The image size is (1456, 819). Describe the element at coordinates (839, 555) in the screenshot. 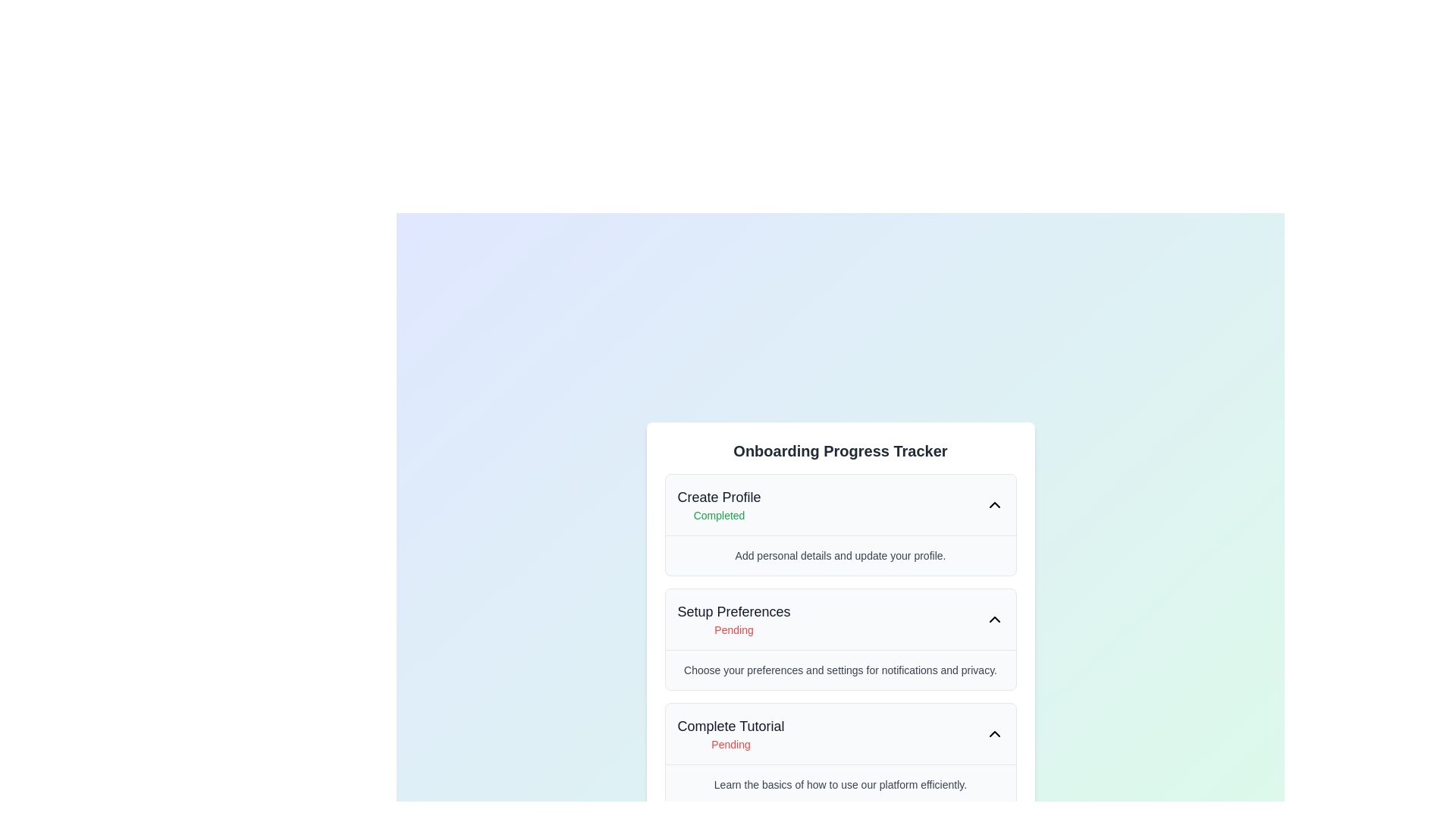

I see `the explanatory Text block located beneath the 'Create Profile' section in the 'Onboarding Progress Tracker' panel` at that location.